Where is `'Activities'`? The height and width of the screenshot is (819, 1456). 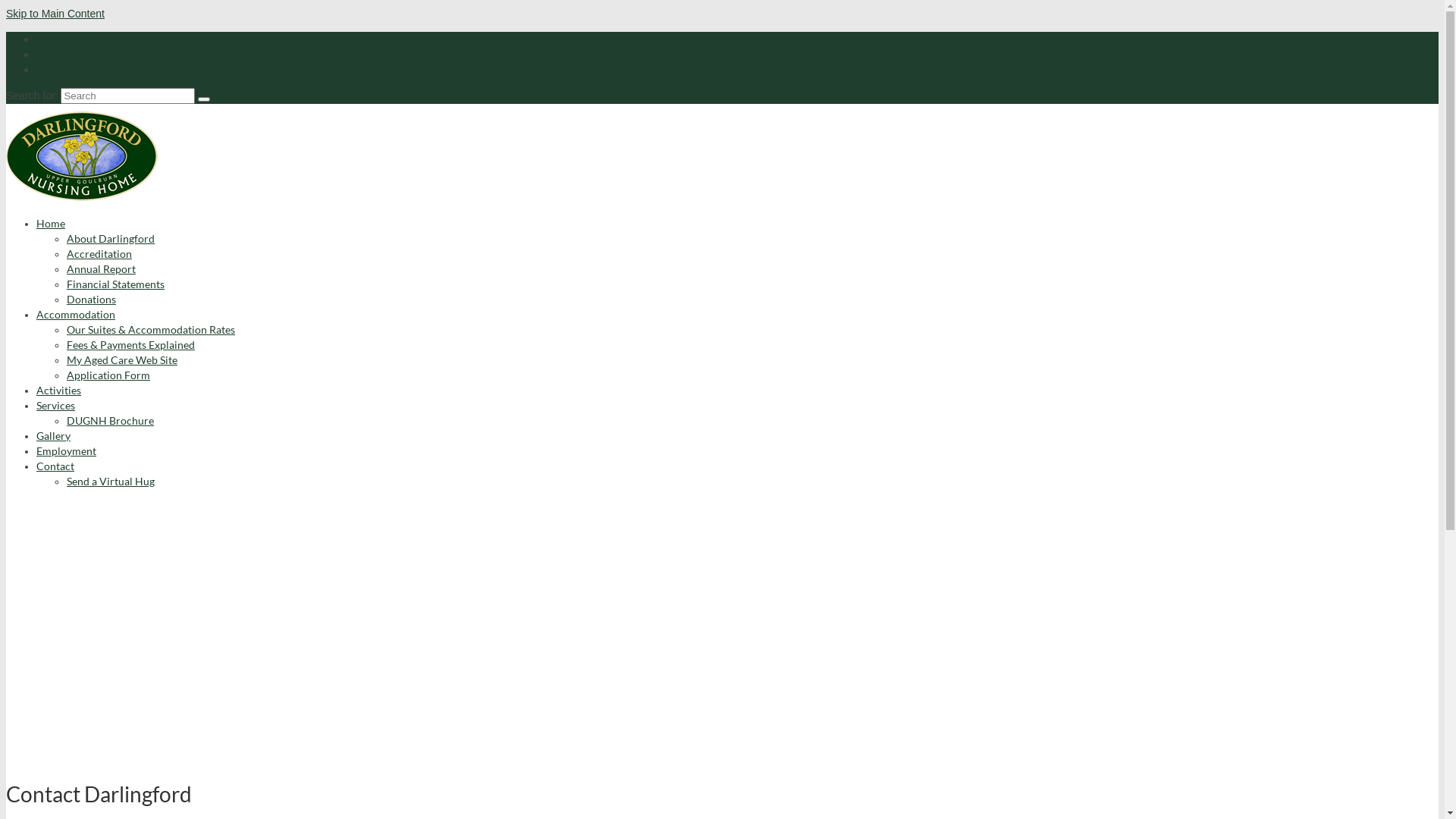 'Activities' is located at coordinates (58, 389).